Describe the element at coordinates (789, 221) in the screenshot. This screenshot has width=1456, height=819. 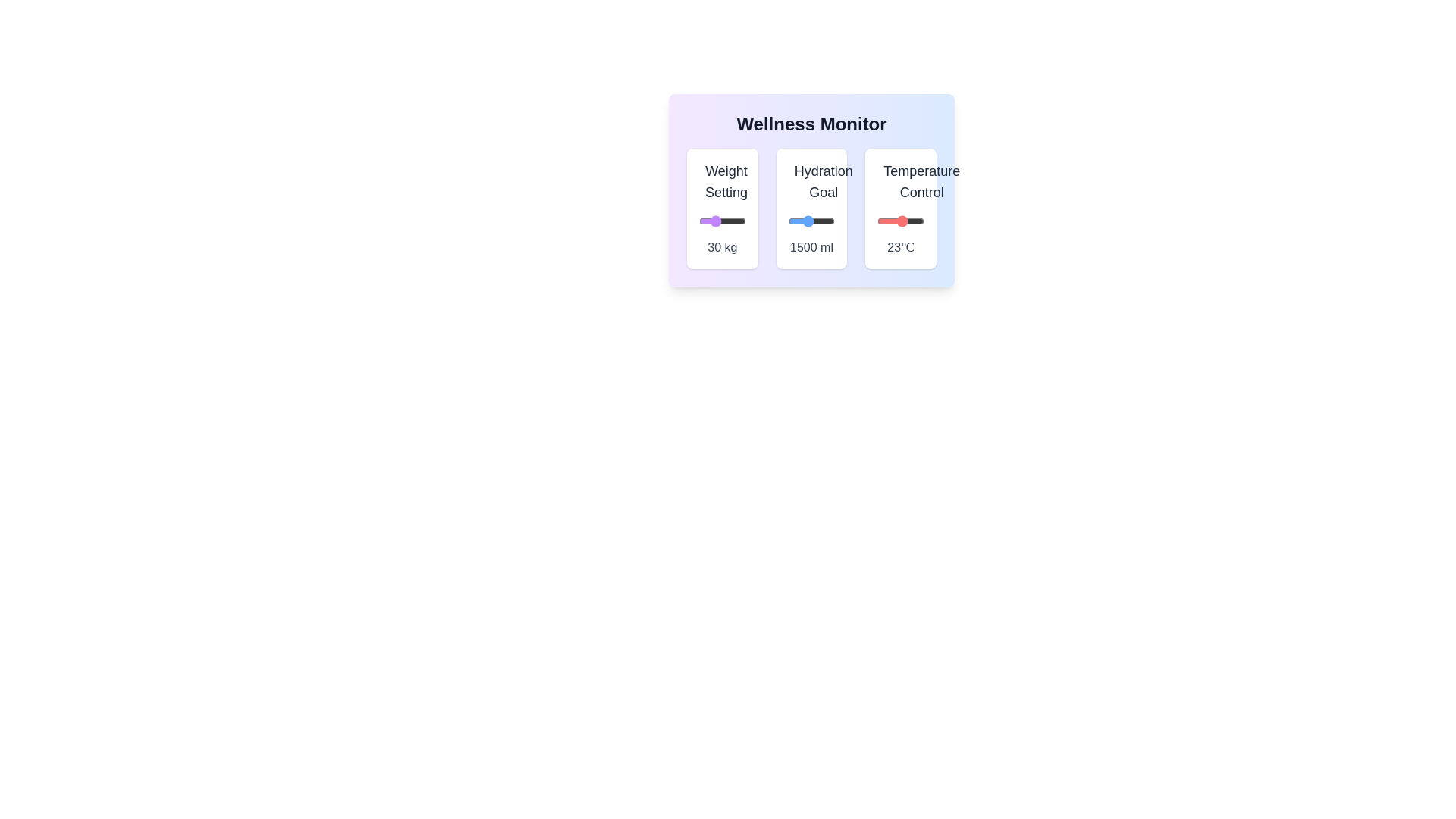
I see `hydration goal` at that location.